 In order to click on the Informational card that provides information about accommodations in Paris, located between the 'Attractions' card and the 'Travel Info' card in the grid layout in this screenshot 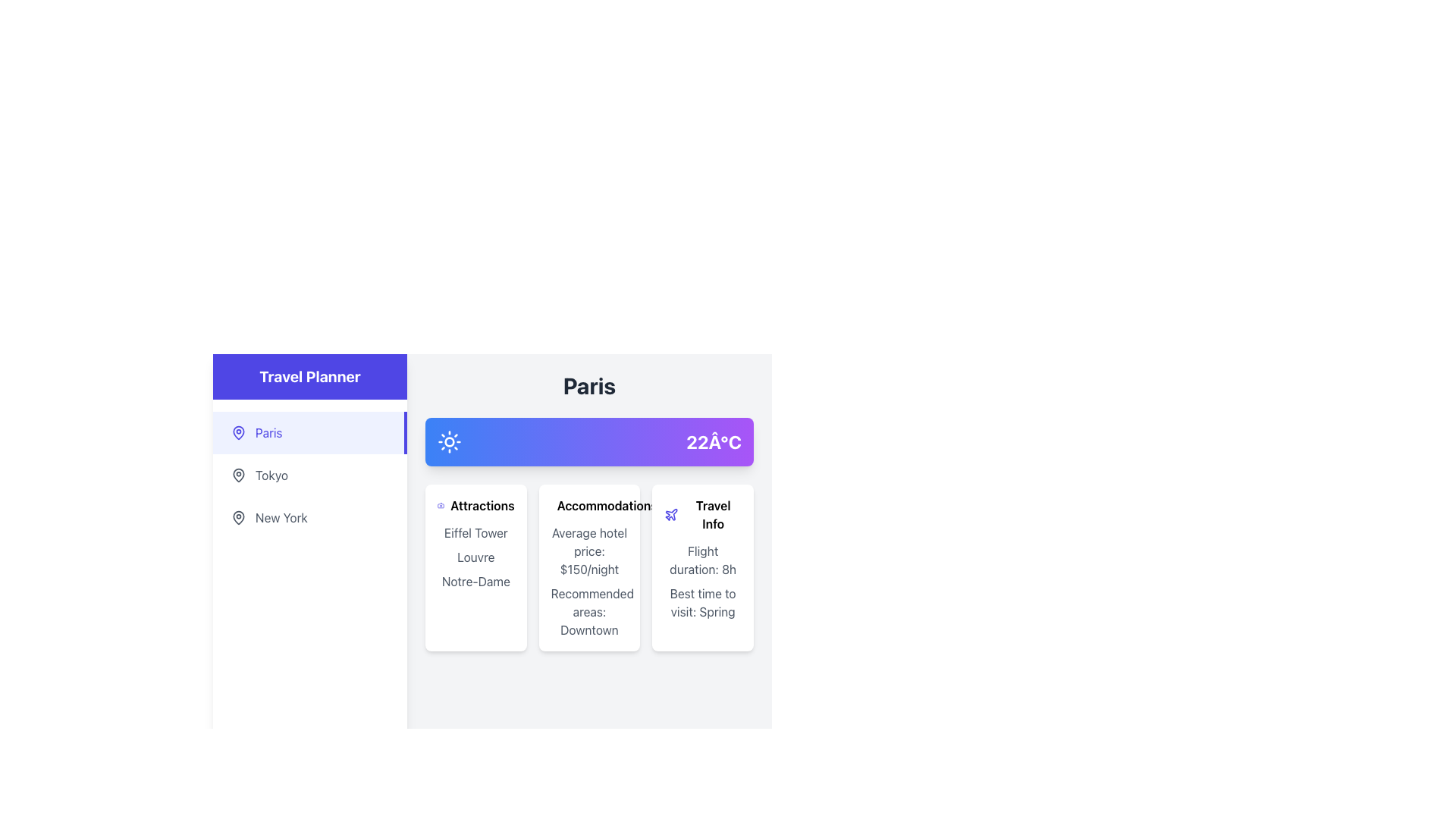, I will do `click(588, 567)`.